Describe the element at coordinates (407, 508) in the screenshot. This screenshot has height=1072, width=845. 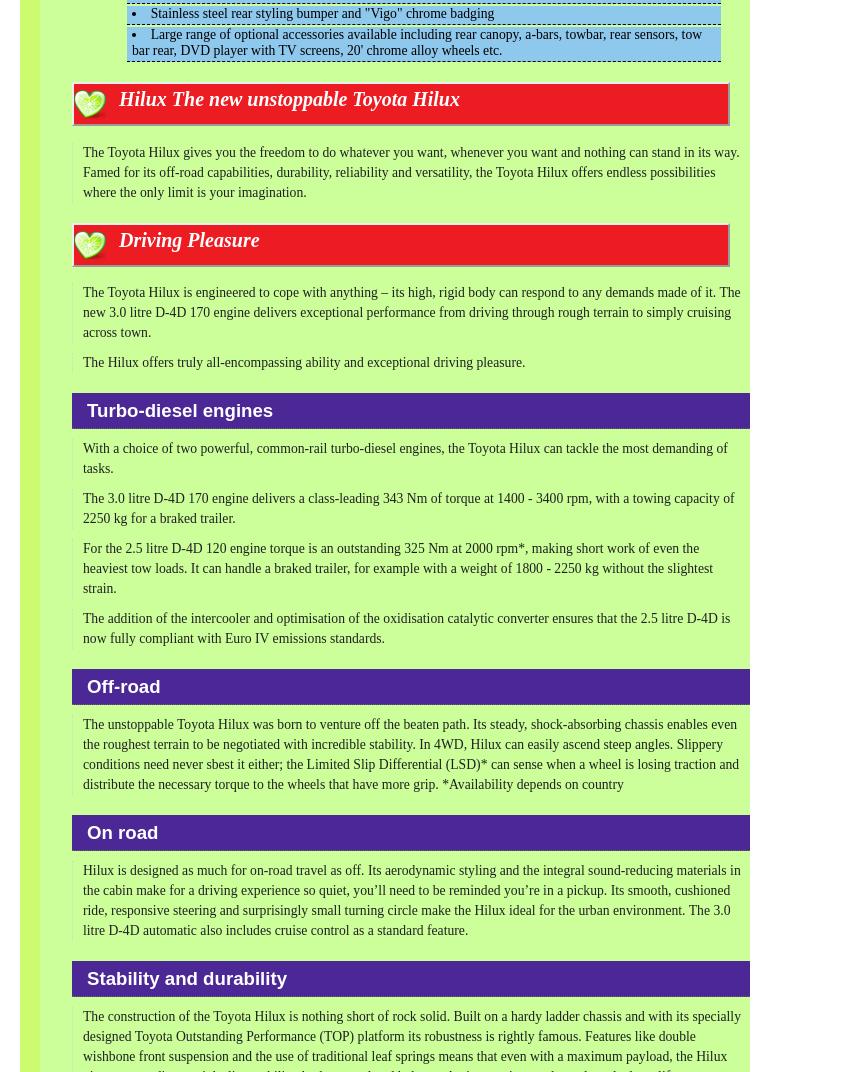
I see `'The 3.0 litre D-4D 170 engine delivers a class-leading 
					343 Nm of torque at 1400 - 3400 rpm, with a towing capacity 
					of 2250 kg for a braked trailer.'` at that location.